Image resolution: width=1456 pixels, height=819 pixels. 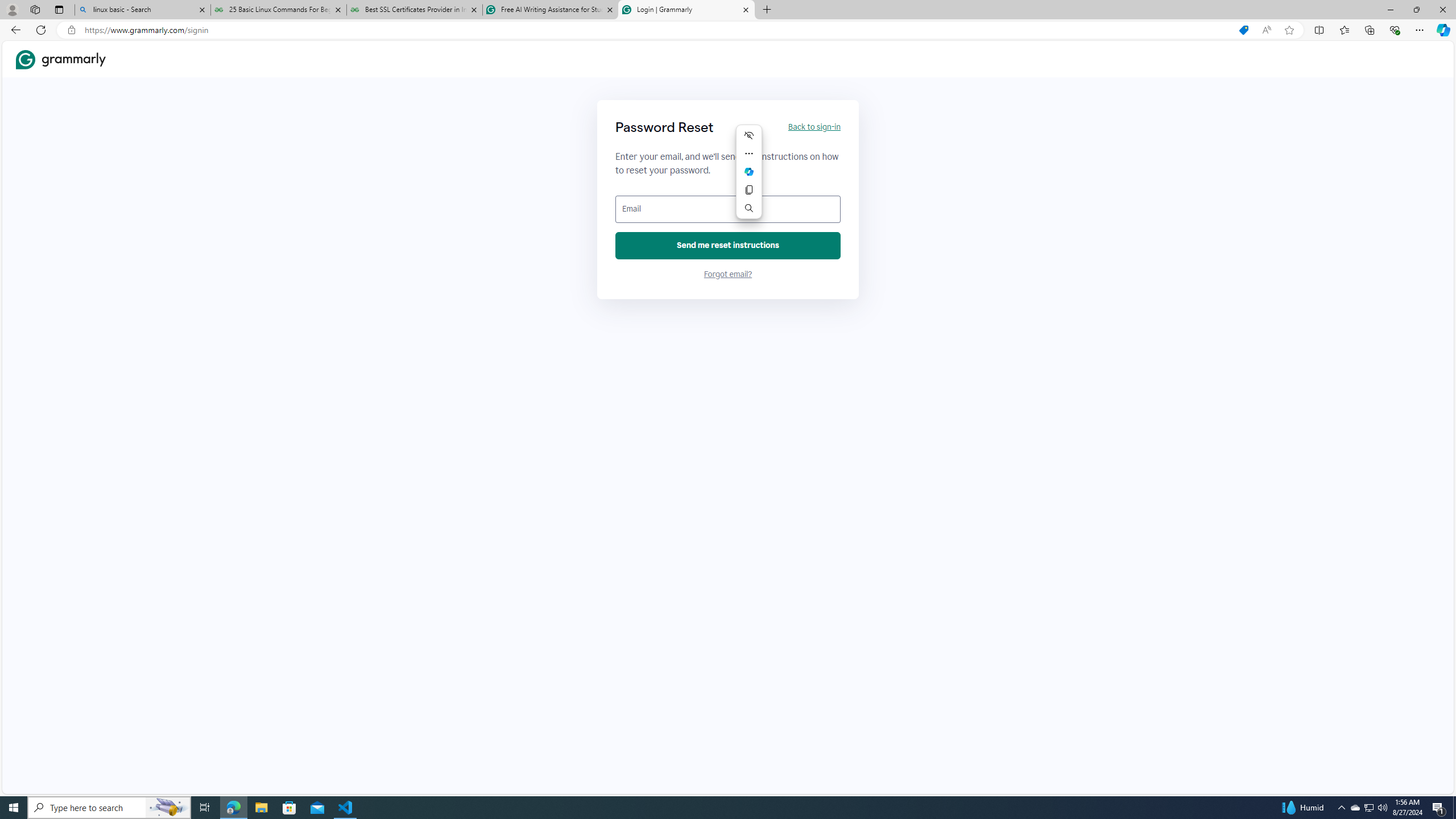 What do you see at coordinates (60, 59) in the screenshot?
I see `'Grammarly Home'` at bounding box center [60, 59].